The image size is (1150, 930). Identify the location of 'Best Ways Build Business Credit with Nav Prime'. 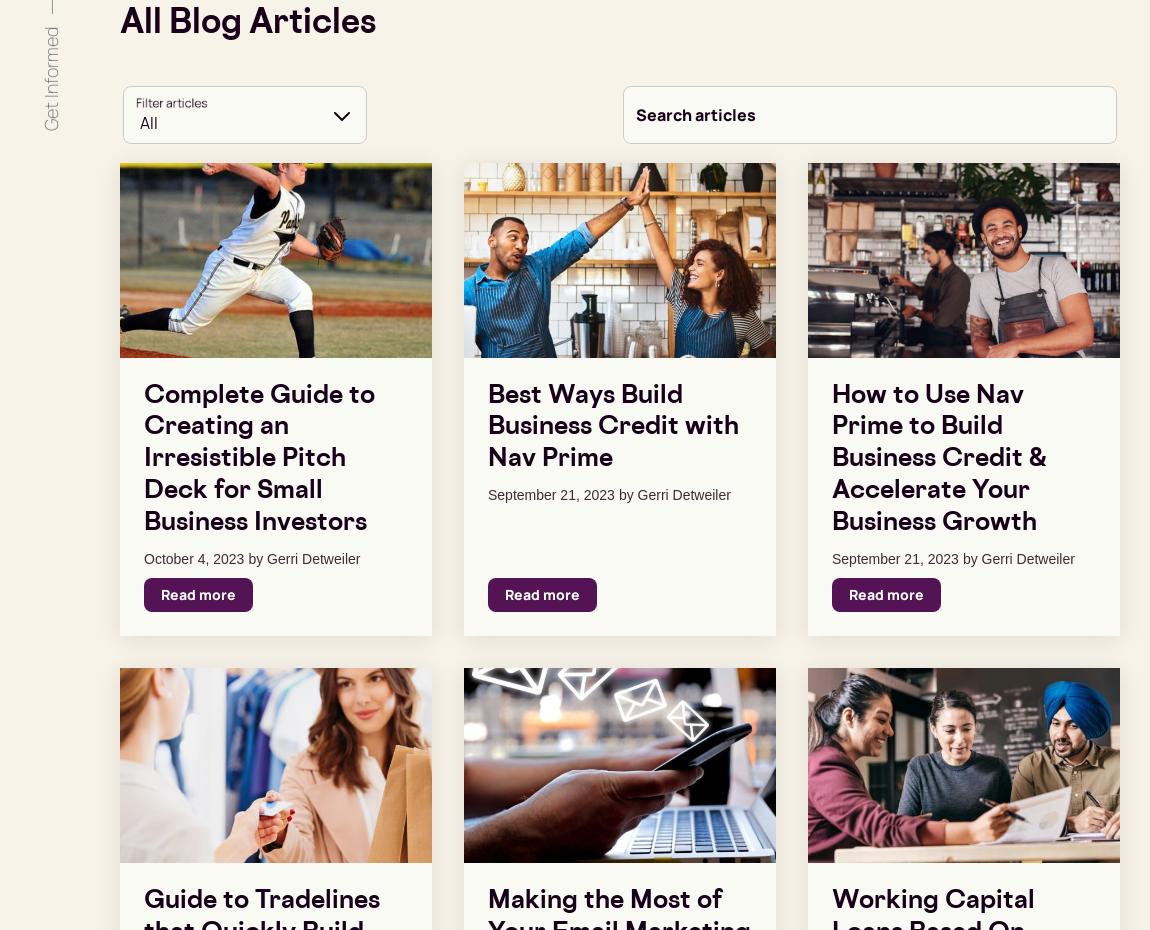
(612, 427).